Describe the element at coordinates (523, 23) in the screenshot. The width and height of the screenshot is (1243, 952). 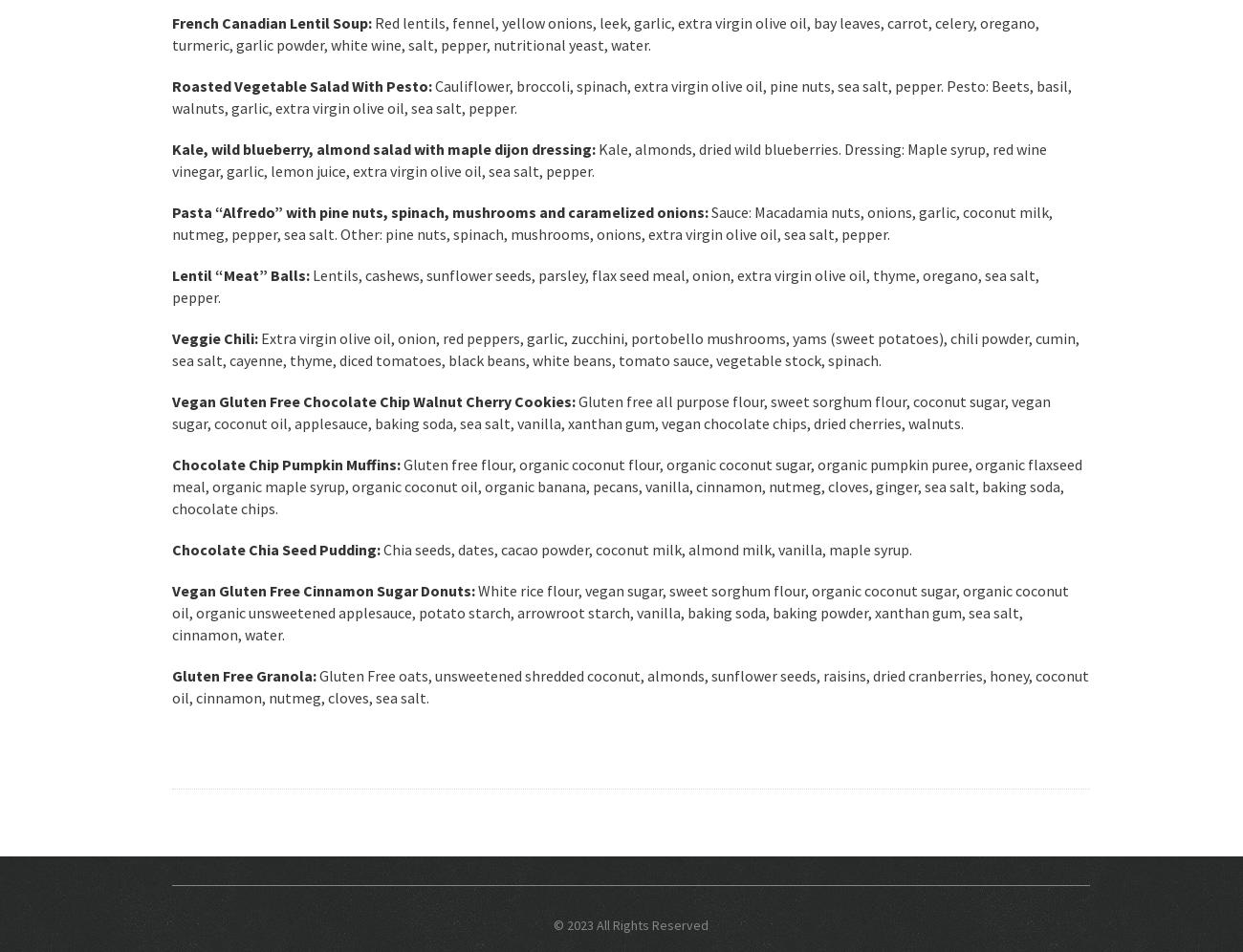
I see `'Red lentils, fennel, yellow onions, leek, garlic,'` at that location.